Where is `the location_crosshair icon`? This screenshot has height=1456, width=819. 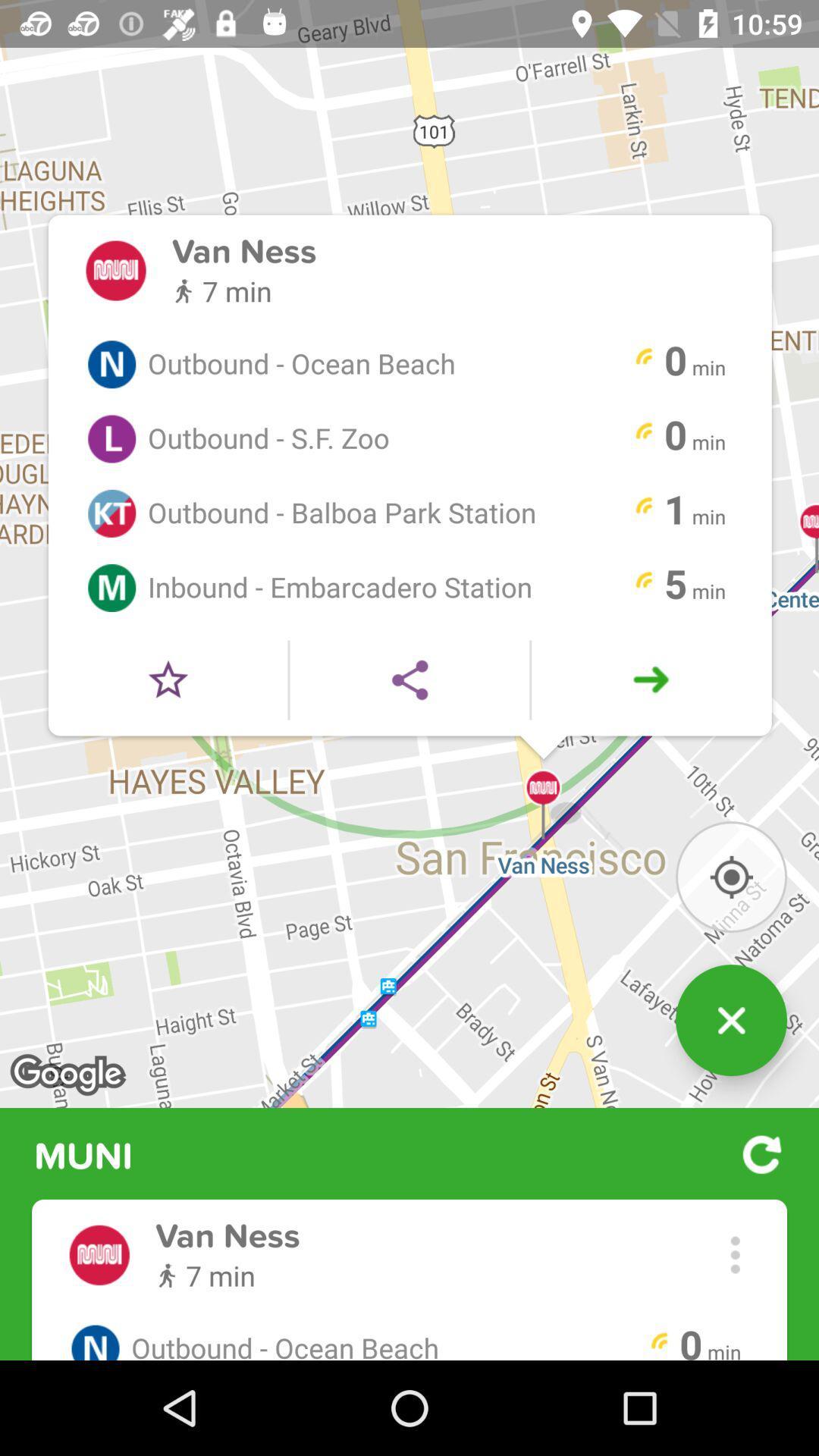
the location_crosshair icon is located at coordinates (730, 937).